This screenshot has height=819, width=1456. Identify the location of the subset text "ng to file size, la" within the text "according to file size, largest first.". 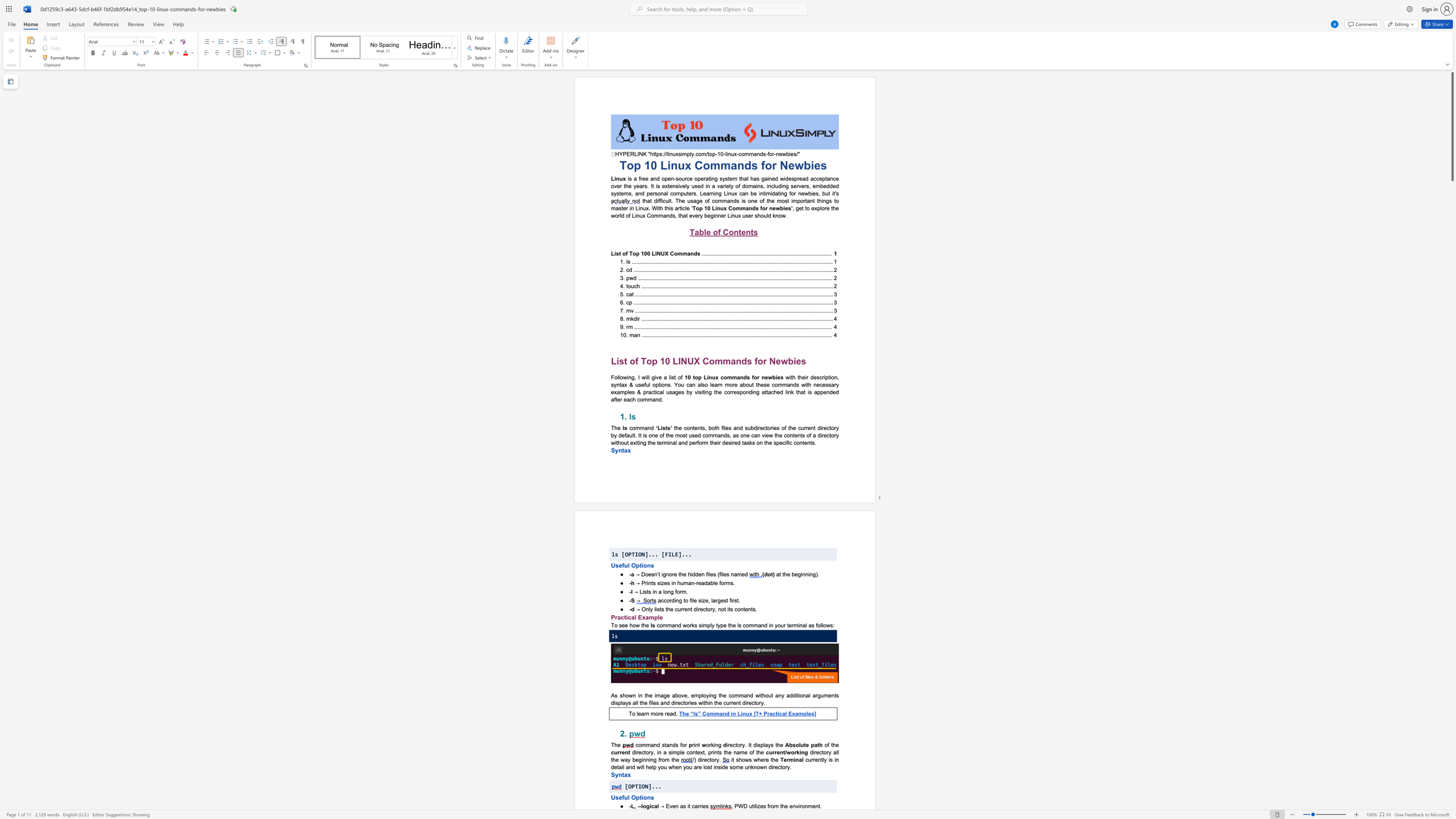
(675, 600).